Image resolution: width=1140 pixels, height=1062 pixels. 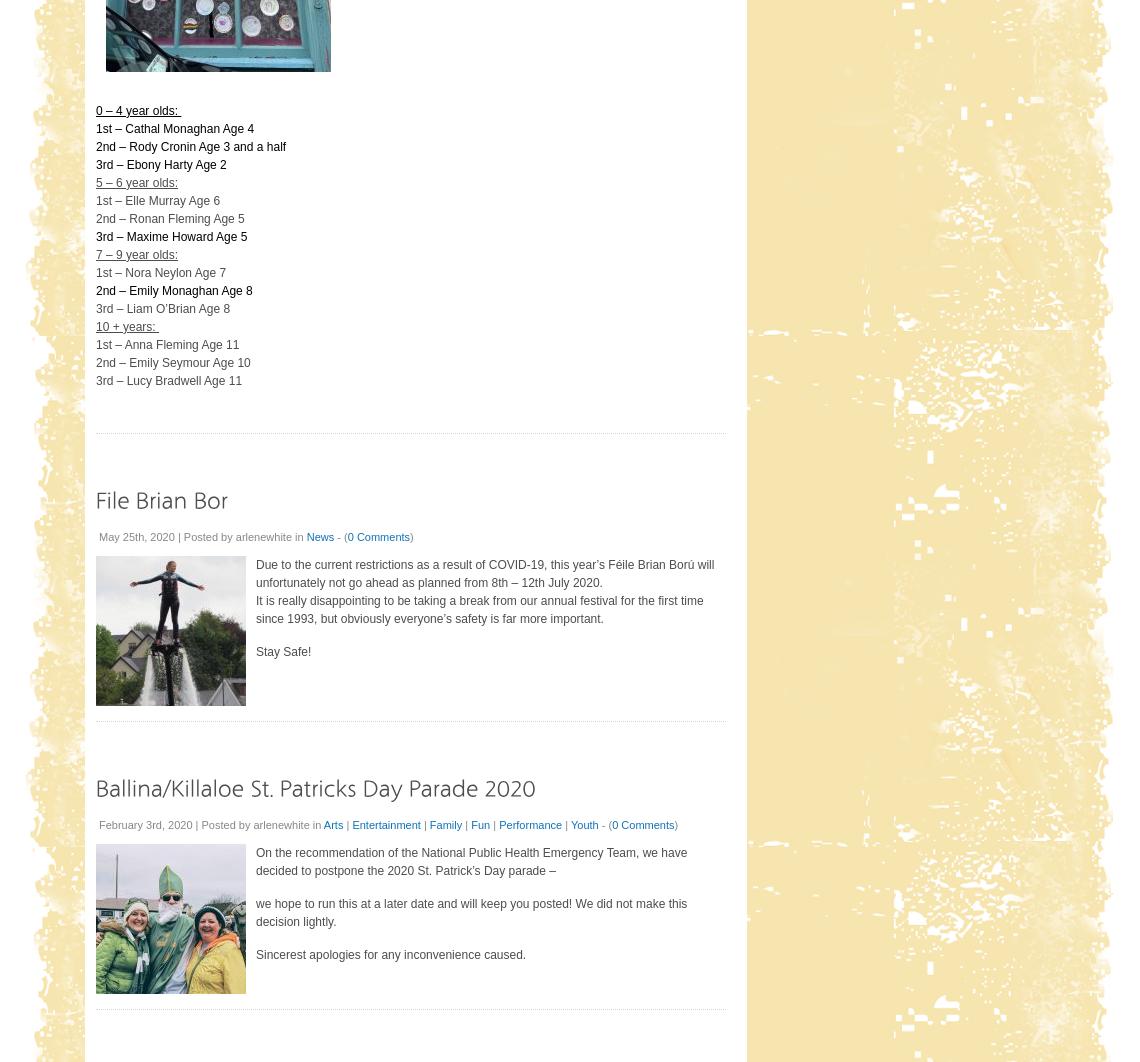 I want to click on 'Youth', so click(x=584, y=823).